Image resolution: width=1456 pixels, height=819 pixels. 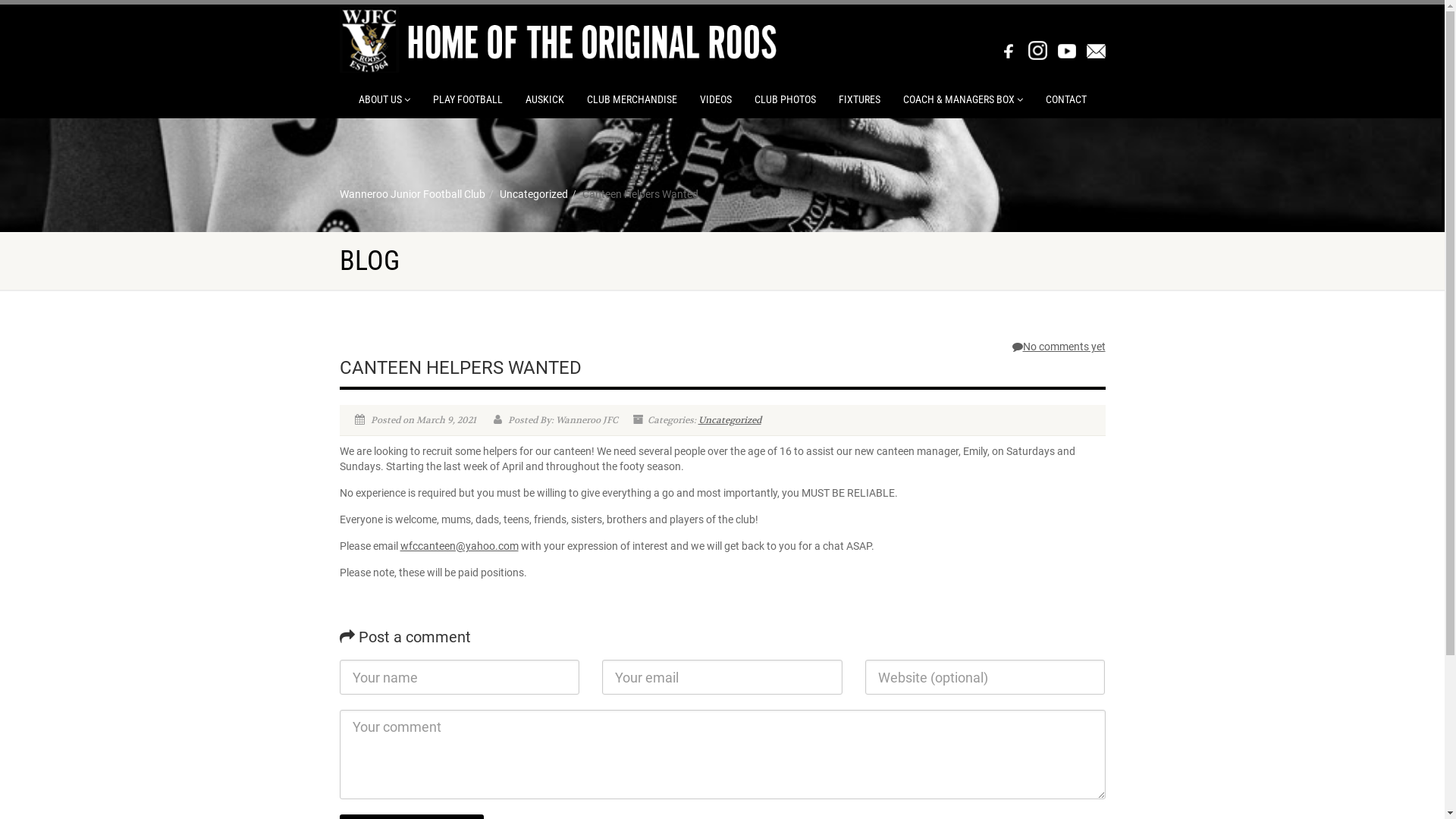 I want to click on 'FIXTURES', so click(x=858, y=99).